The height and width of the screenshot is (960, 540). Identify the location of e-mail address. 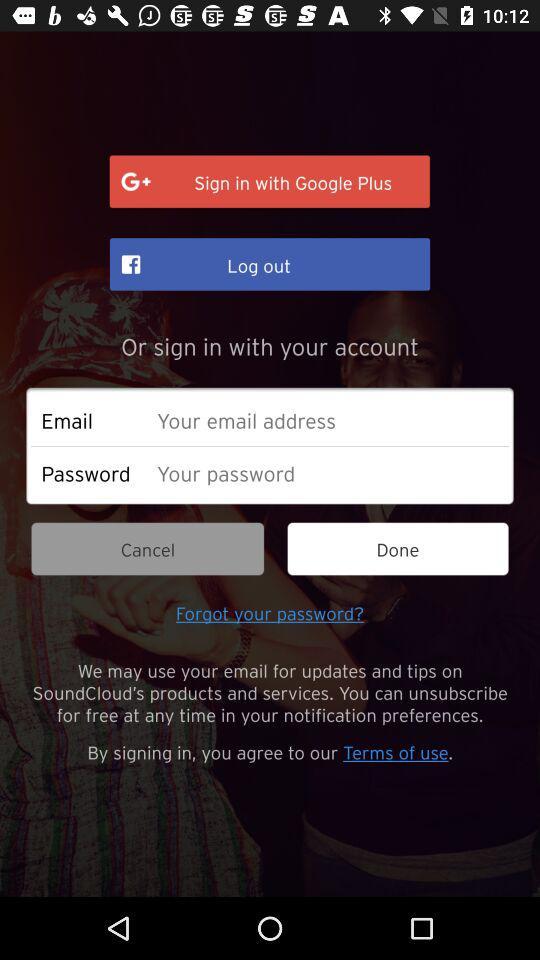
(327, 419).